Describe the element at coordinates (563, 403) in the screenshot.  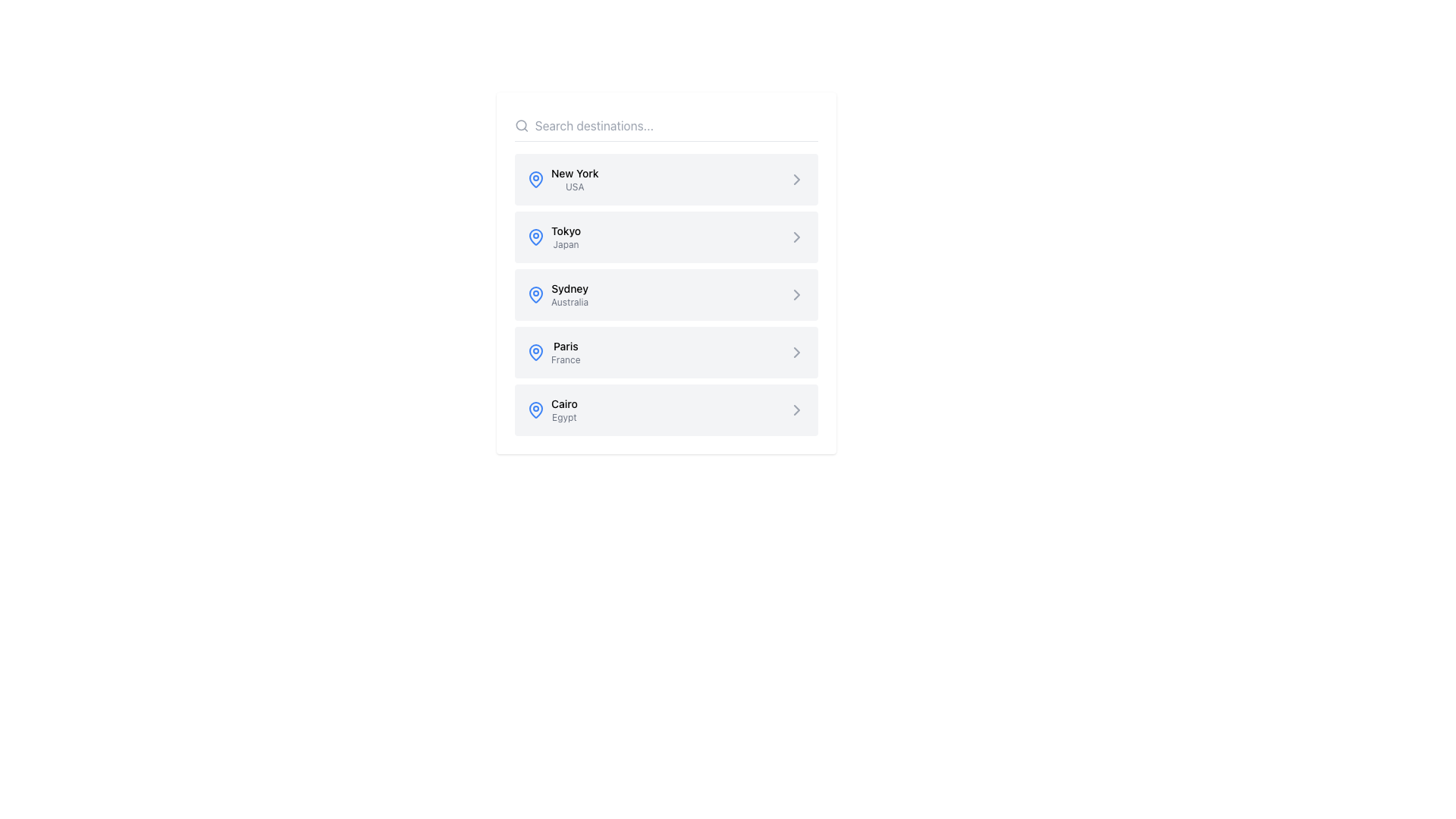
I see `the text label reading 'Cairo', which is styled with a medium font weight and smaller than standard size, appearing in black color, located above 'Egypt' and to the right of a blue location icon` at that location.